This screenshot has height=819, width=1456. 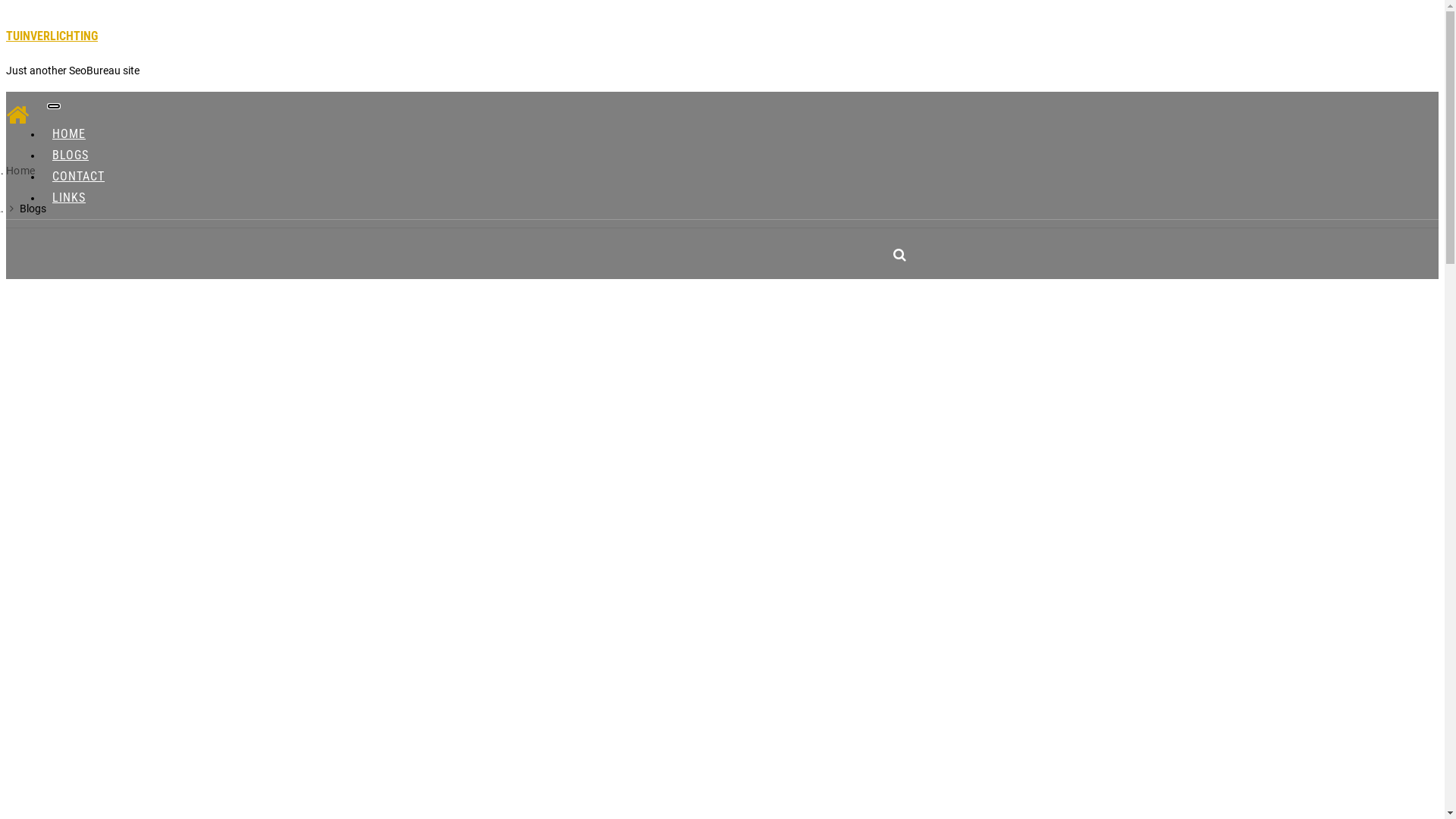 I want to click on 'search_icon', so click(x=883, y=253).